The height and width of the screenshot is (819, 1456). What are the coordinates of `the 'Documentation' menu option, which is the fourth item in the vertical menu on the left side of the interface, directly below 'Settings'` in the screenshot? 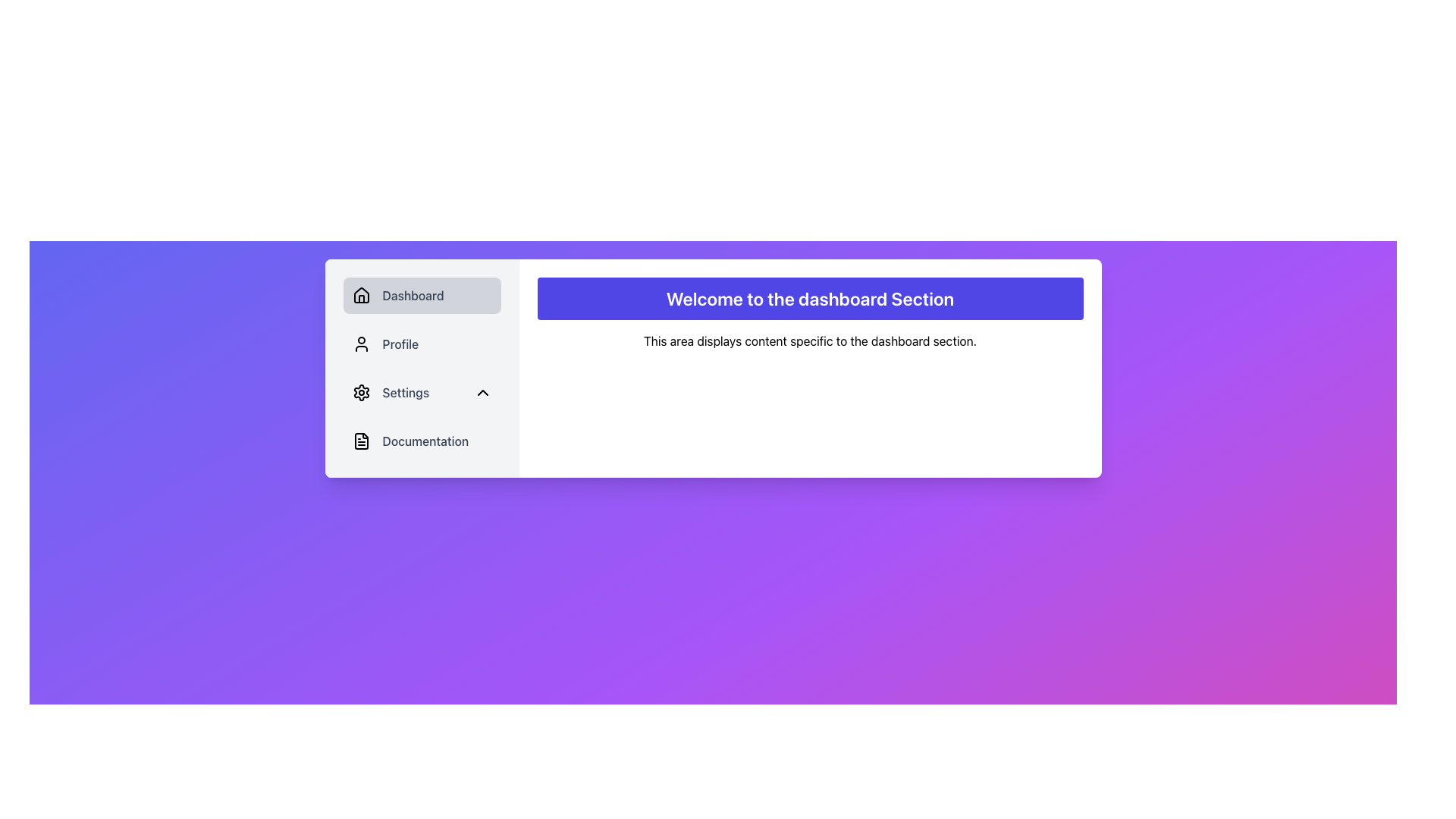 It's located at (422, 441).